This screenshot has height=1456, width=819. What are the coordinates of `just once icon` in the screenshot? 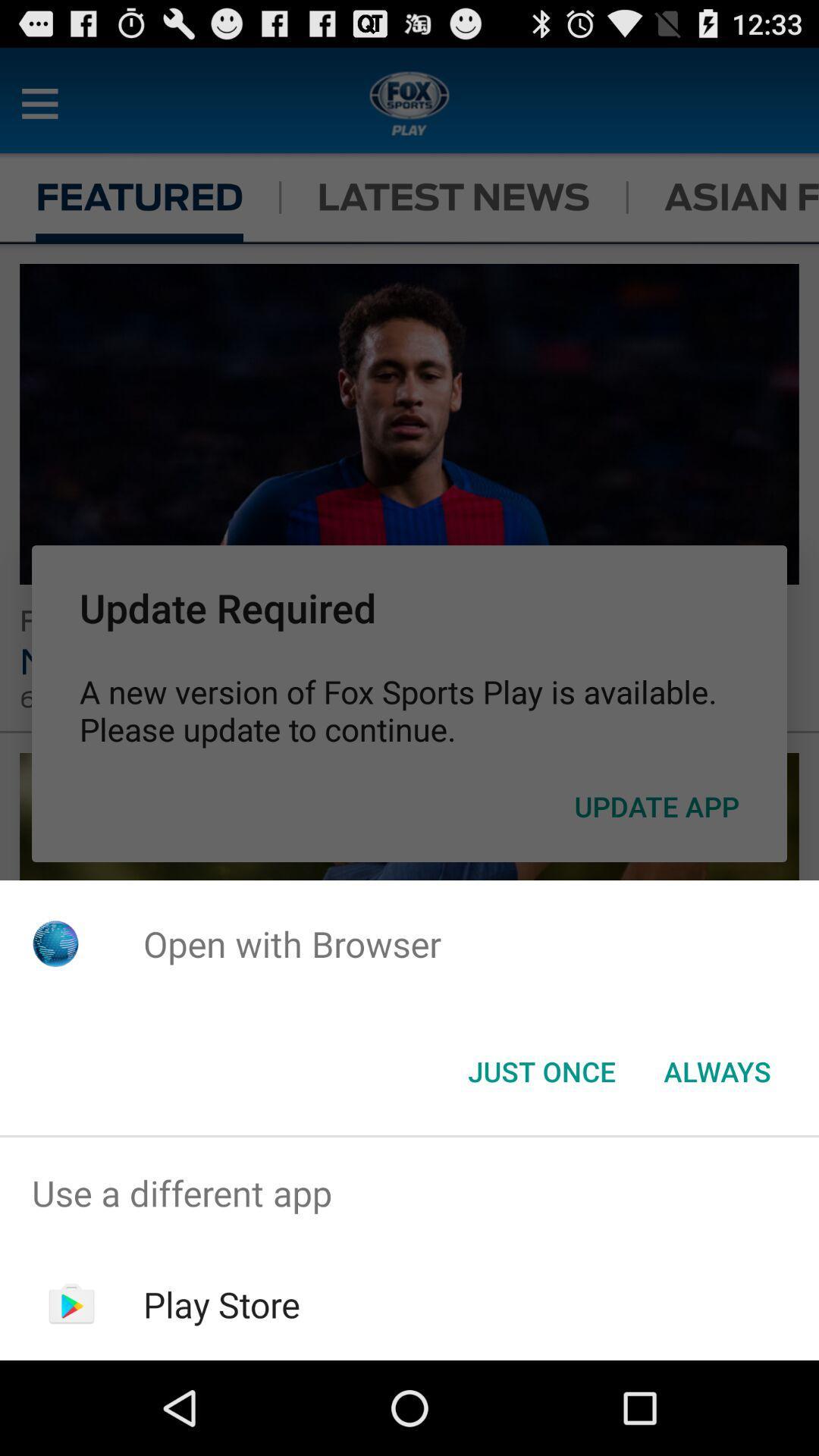 It's located at (541, 1070).